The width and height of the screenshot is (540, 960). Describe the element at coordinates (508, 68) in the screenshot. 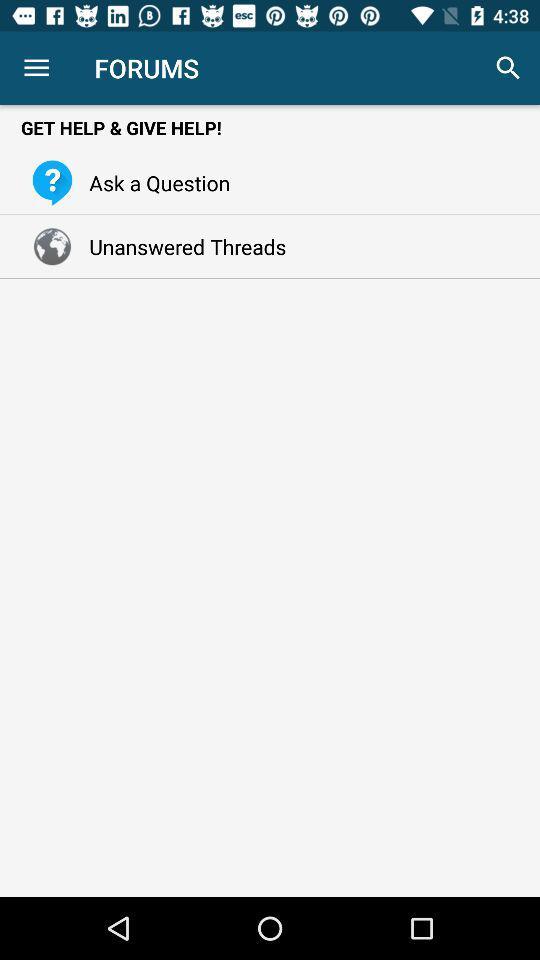

I see `icon to the right of the forums` at that location.